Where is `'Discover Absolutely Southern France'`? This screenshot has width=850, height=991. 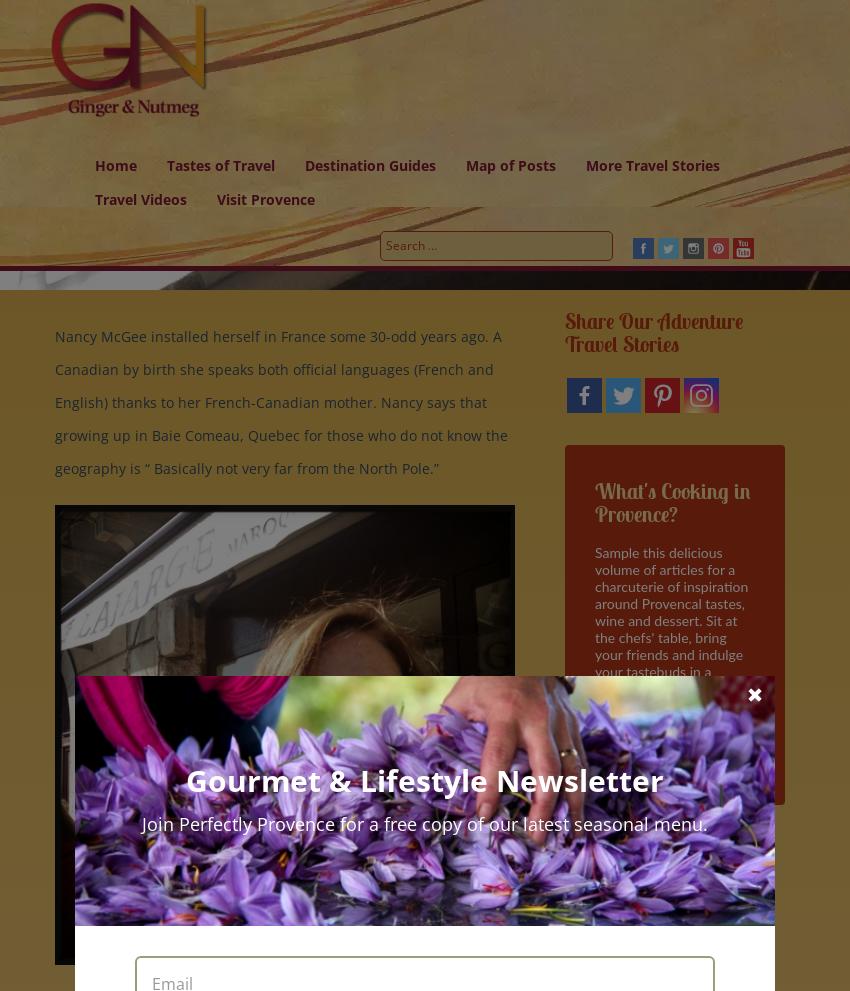
'Discover Absolutely Southern France' is located at coordinates (382, 211).